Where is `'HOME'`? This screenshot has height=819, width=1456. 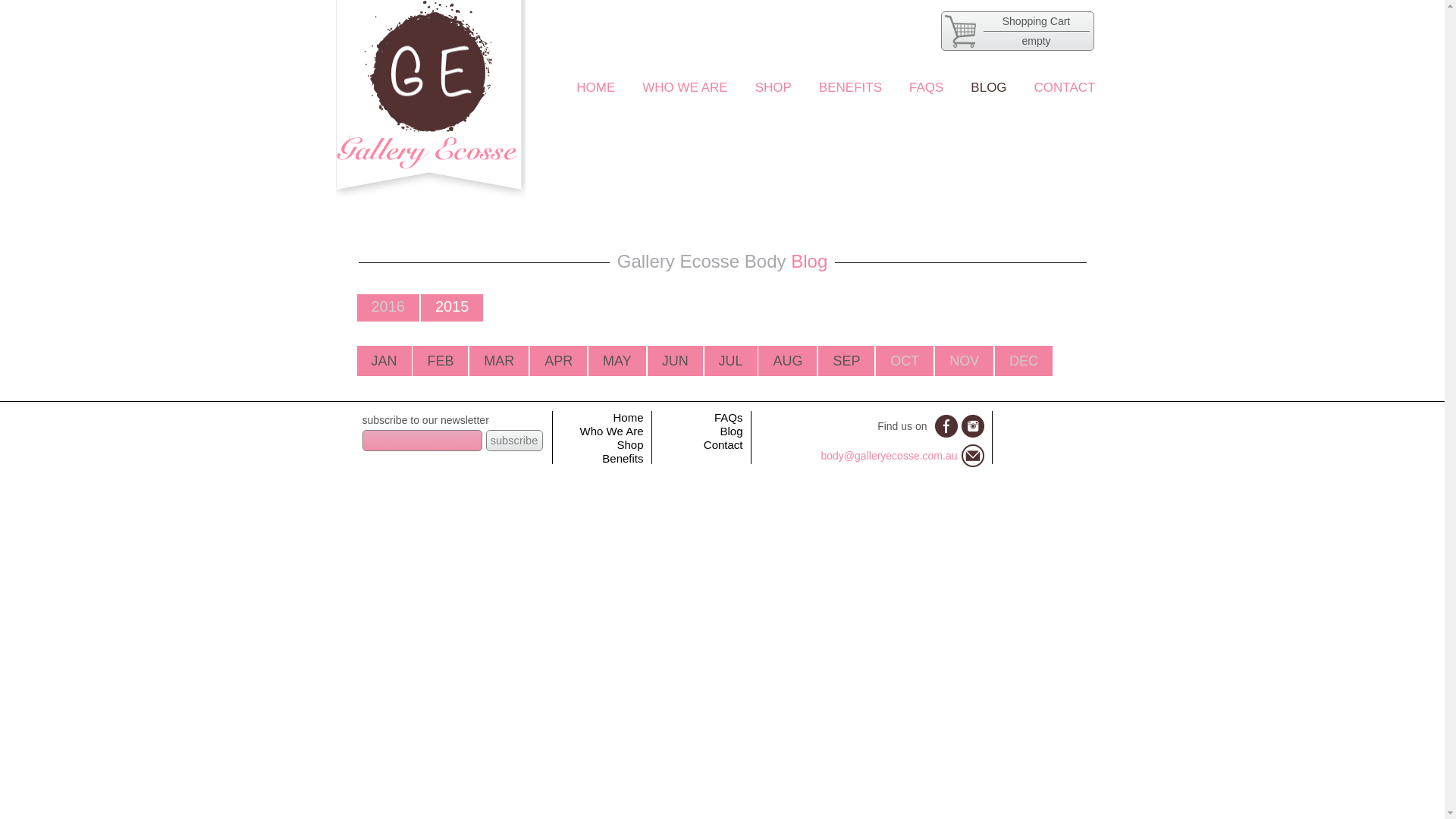 'HOME' is located at coordinates (575, 87).